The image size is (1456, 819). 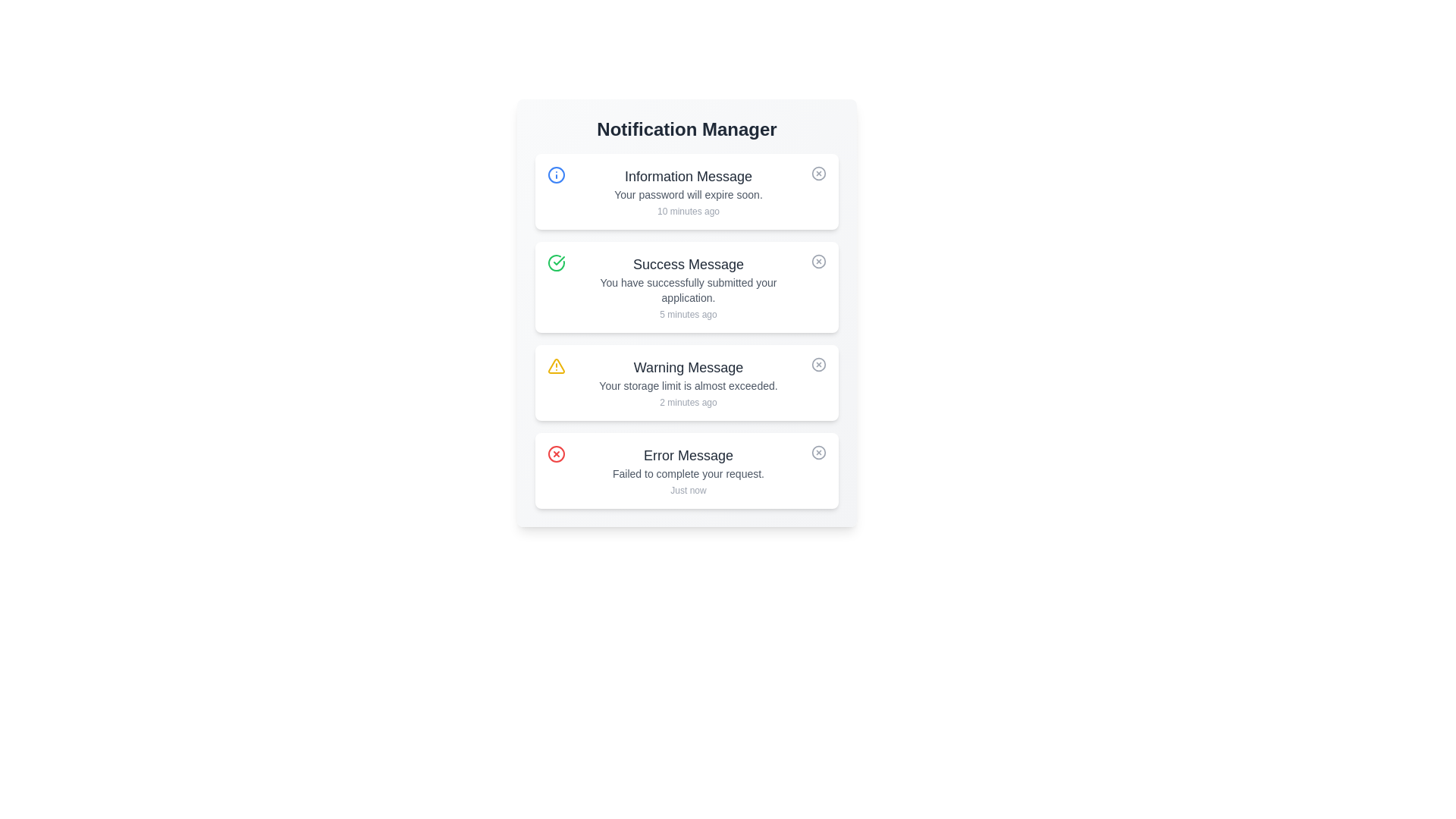 I want to click on the static visual feedback of the circular SVG shape with a solid outline located on the right side of the 'Success Message' card in the notification panel, so click(x=818, y=260).